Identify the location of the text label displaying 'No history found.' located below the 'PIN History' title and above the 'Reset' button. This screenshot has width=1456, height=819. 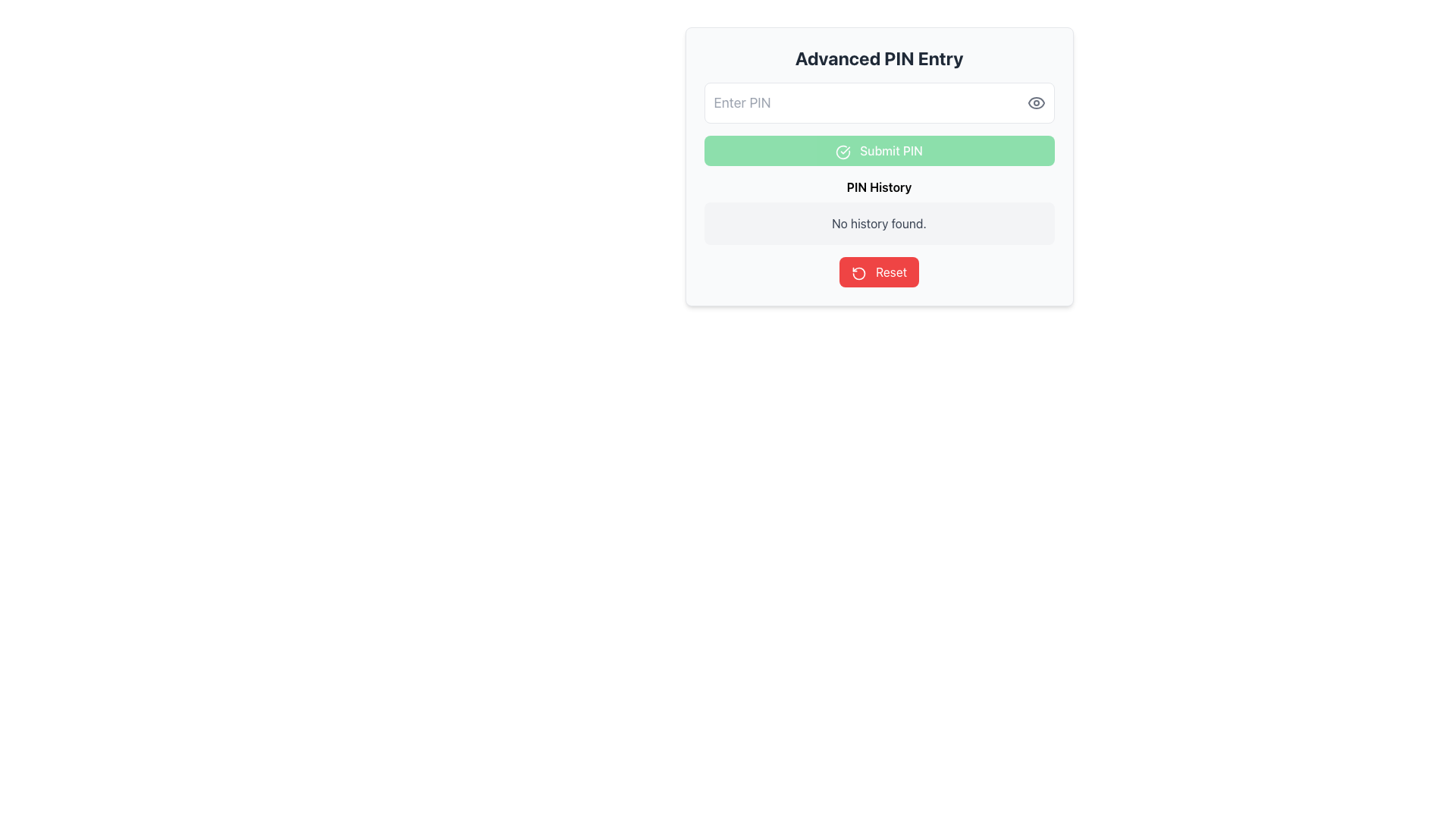
(879, 223).